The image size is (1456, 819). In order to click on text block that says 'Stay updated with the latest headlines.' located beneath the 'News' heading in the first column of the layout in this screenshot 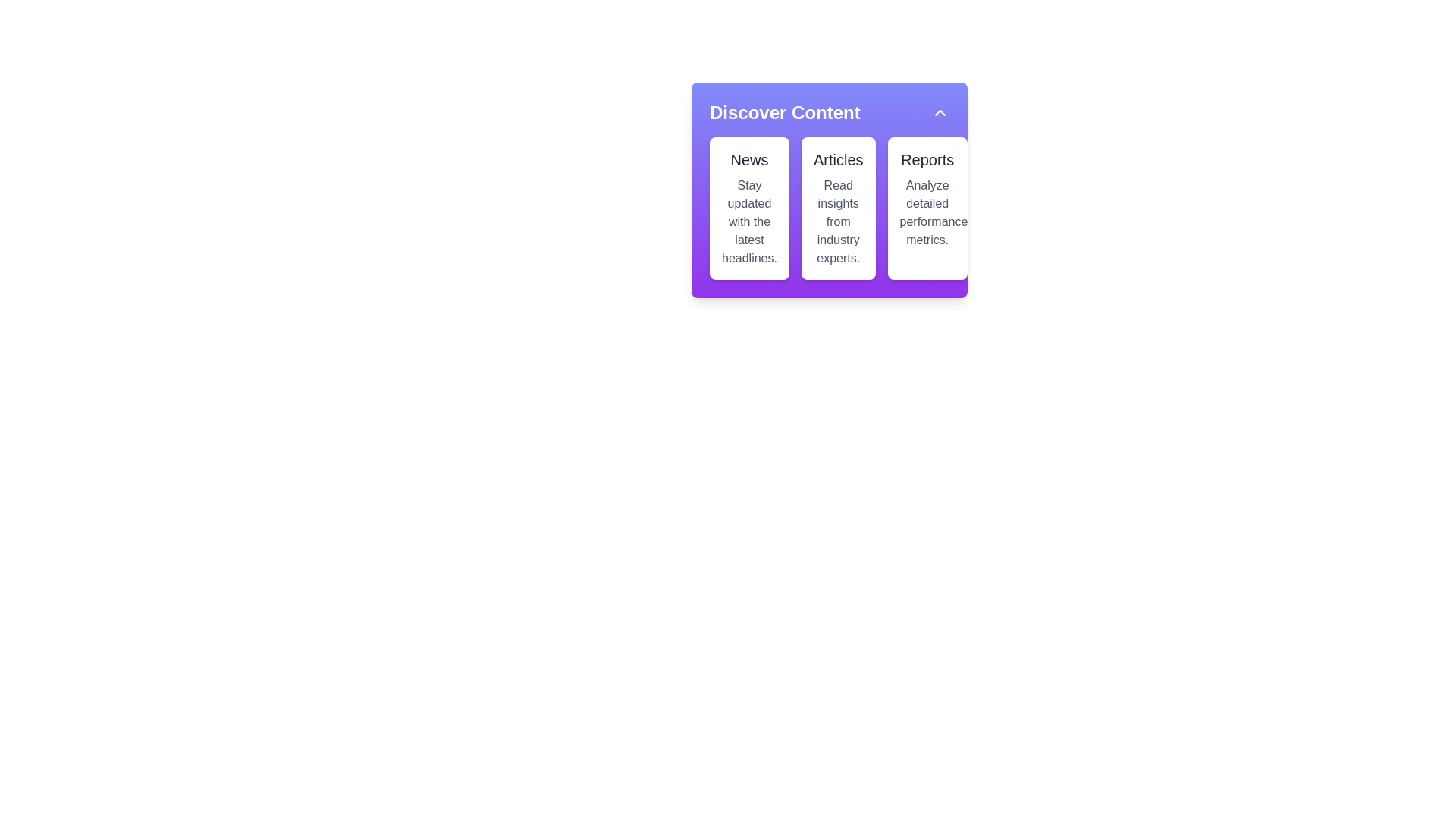, I will do `click(749, 222)`.